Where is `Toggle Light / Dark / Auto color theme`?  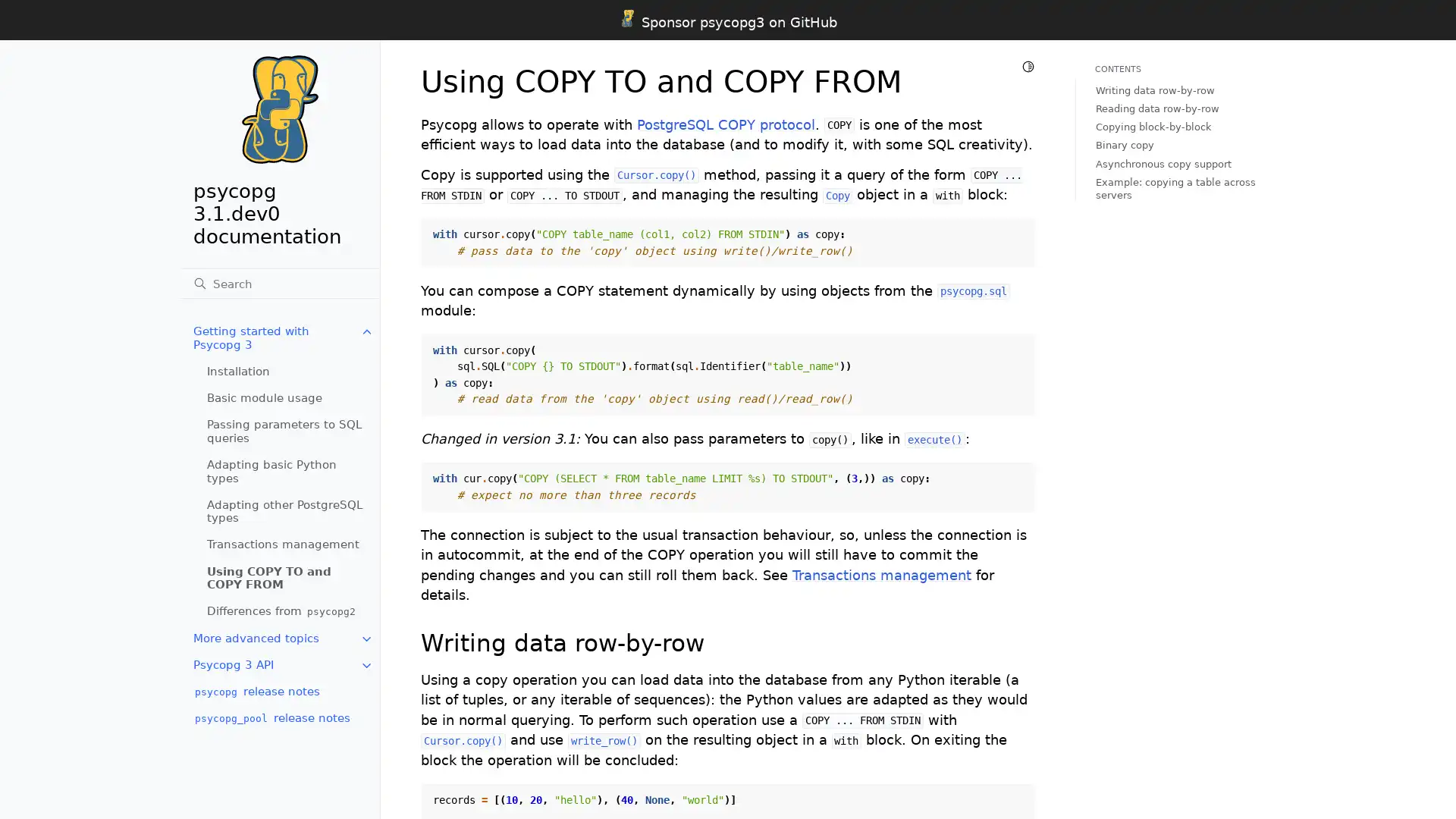
Toggle Light / Dark / Auto color theme is located at coordinates (1028, 65).